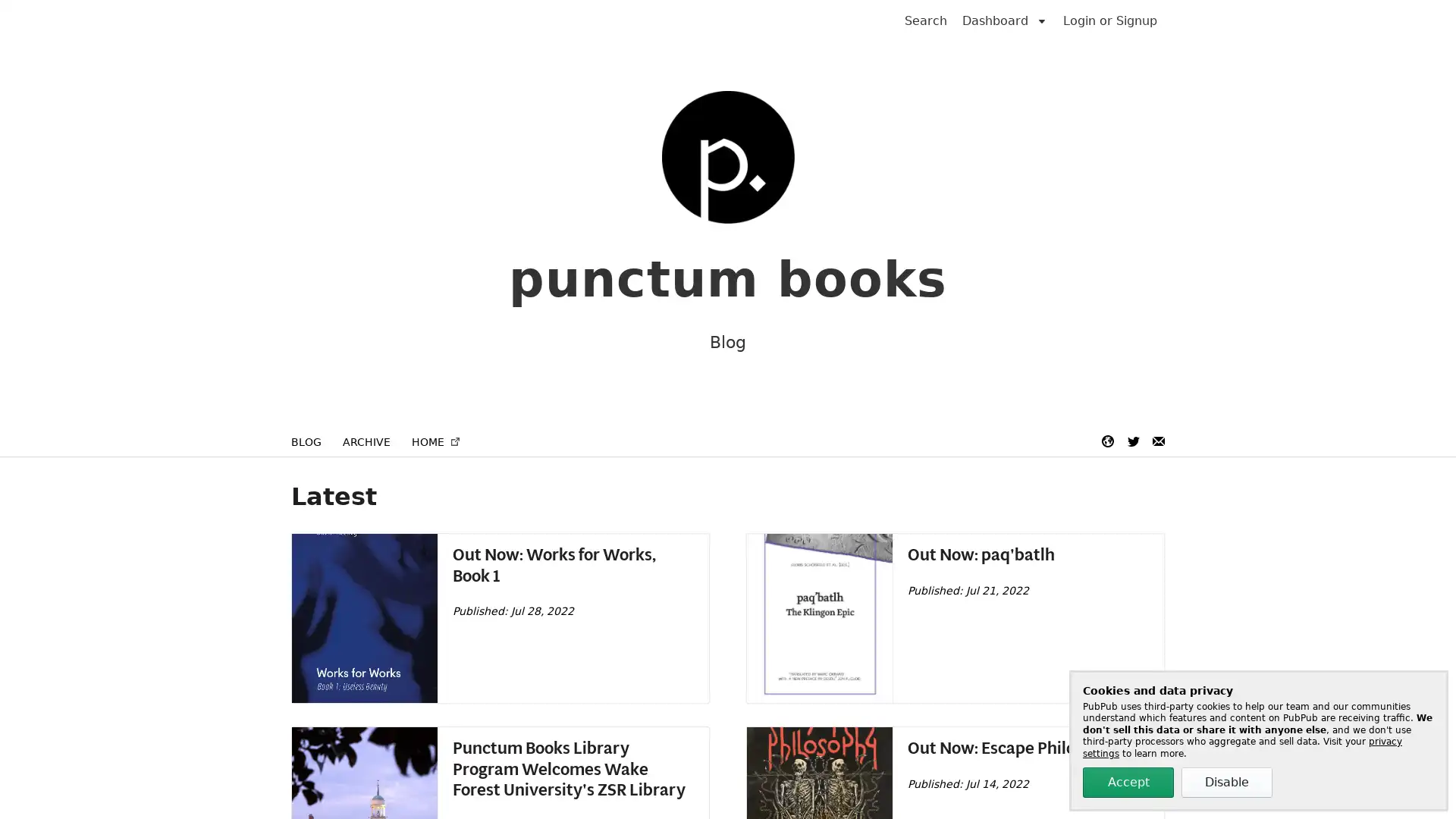 Image resolution: width=1456 pixels, height=819 pixels. Describe the element at coordinates (924, 20) in the screenshot. I see `Search` at that location.